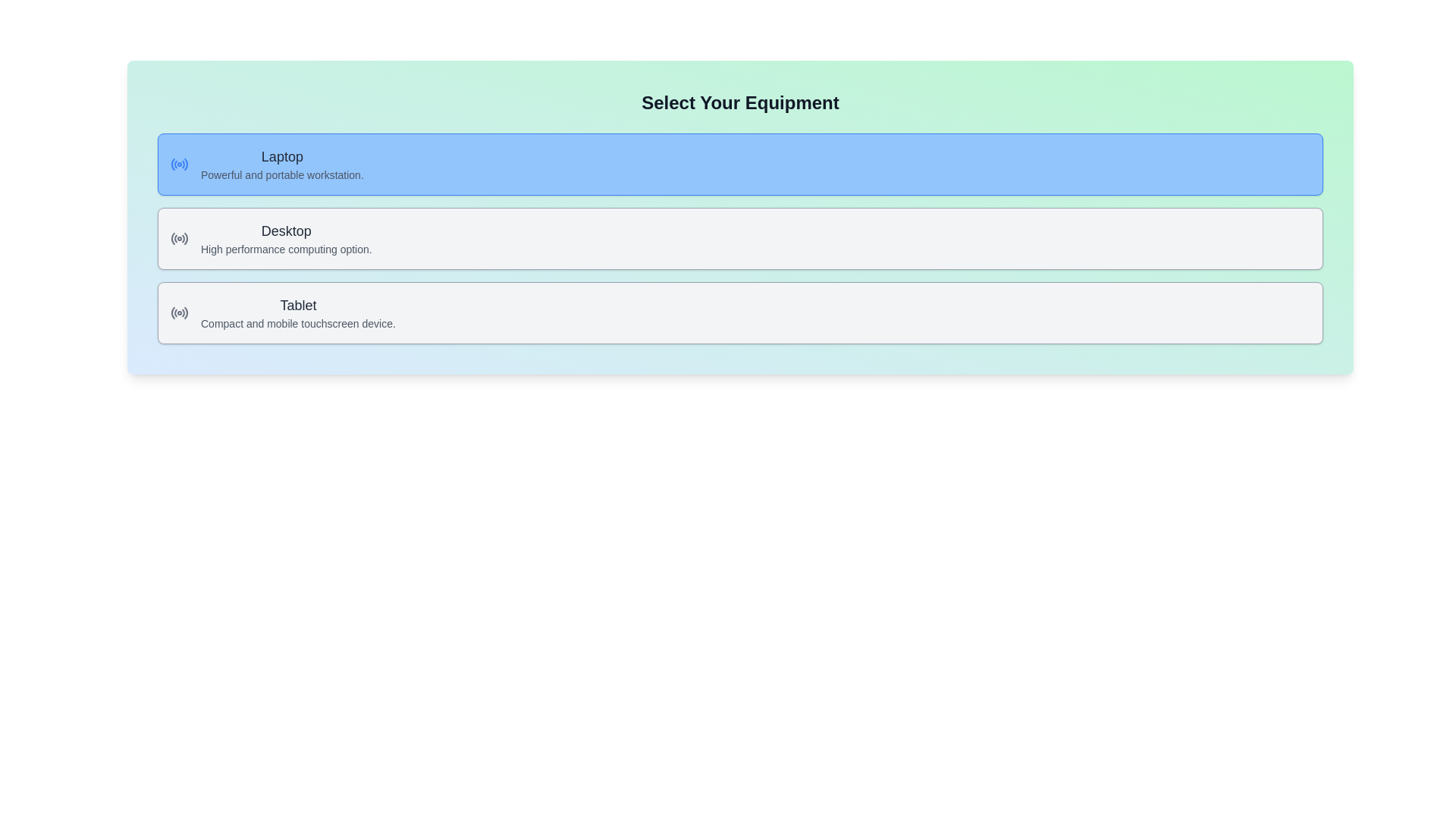  What do you see at coordinates (179, 239) in the screenshot?
I see `the blue circular icon resembling a radio signal, which is located to the left of the text 'High performance computing option' in the 'Desktop' section` at bounding box center [179, 239].